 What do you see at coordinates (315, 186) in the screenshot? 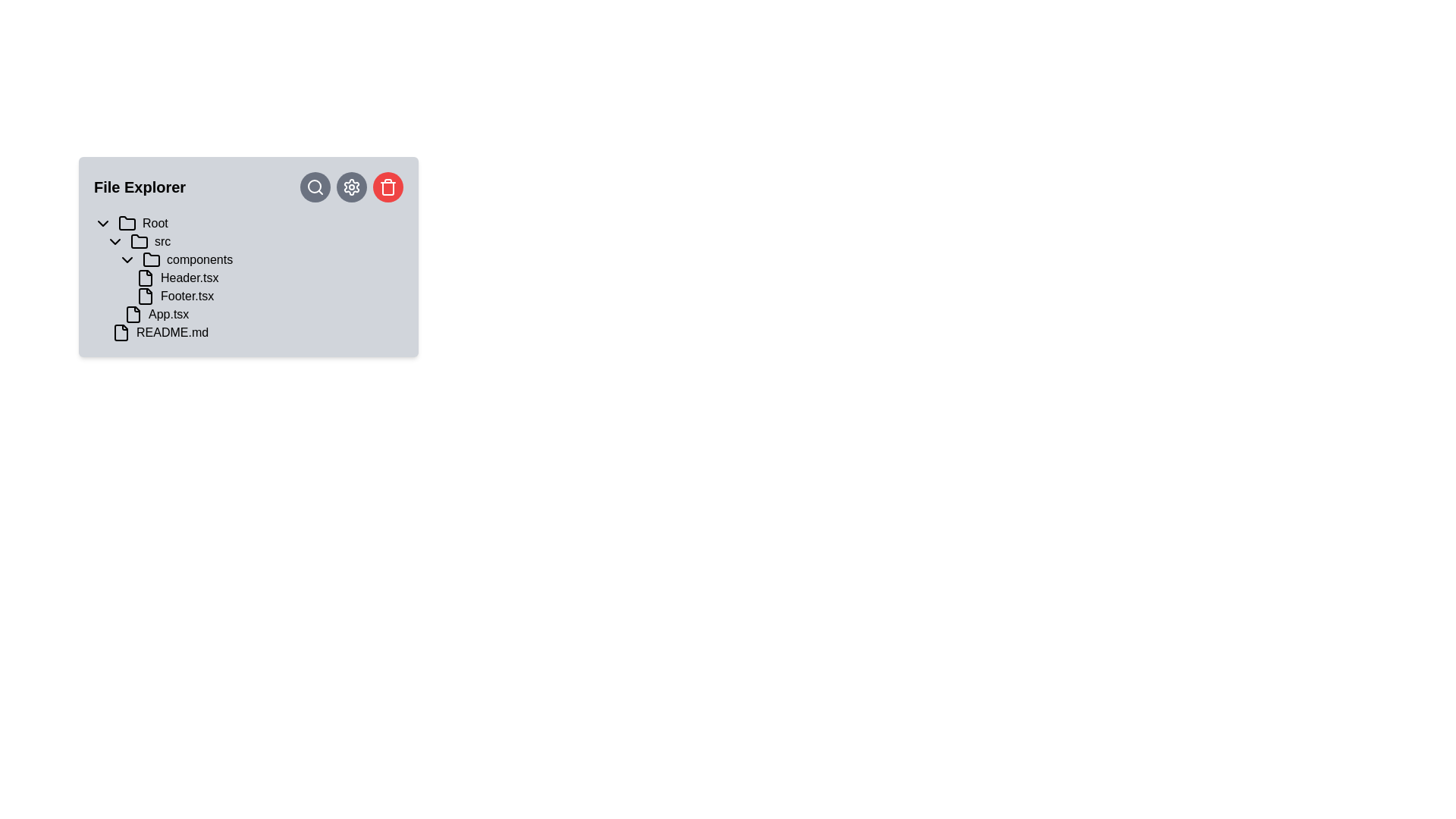
I see `the circular search button with a magnifying glass inside, located in the upper-right corner of the 'File Explorer' panel, to initiate a search action` at bounding box center [315, 186].